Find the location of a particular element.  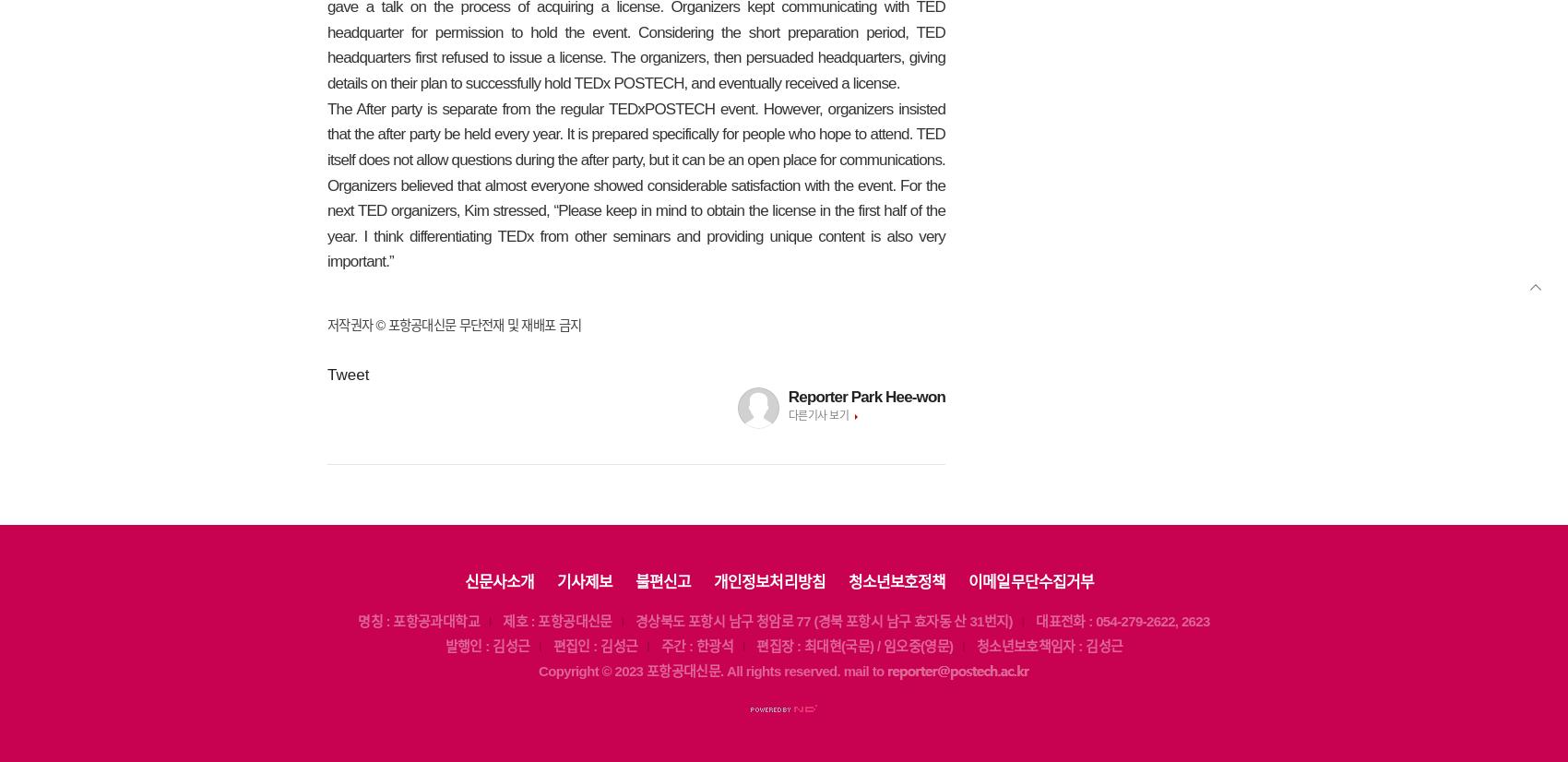

'편집장 :' is located at coordinates (778, 645).